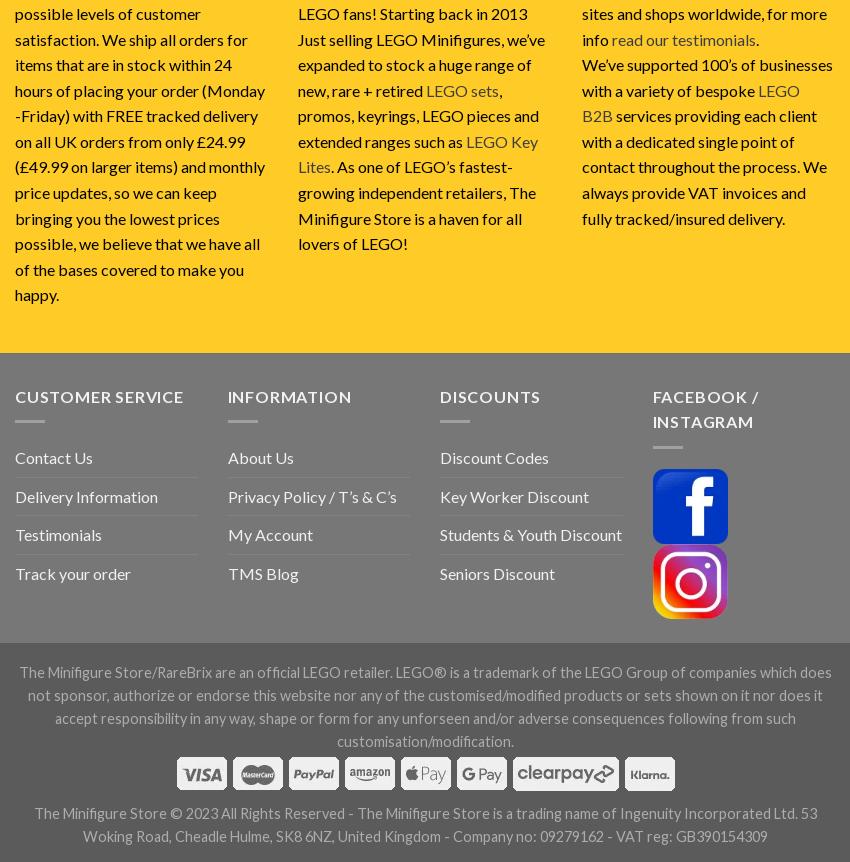  What do you see at coordinates (365, 495) in the screenshot?
I see `'T’s & C’s'` at bounding box center [365, 495].